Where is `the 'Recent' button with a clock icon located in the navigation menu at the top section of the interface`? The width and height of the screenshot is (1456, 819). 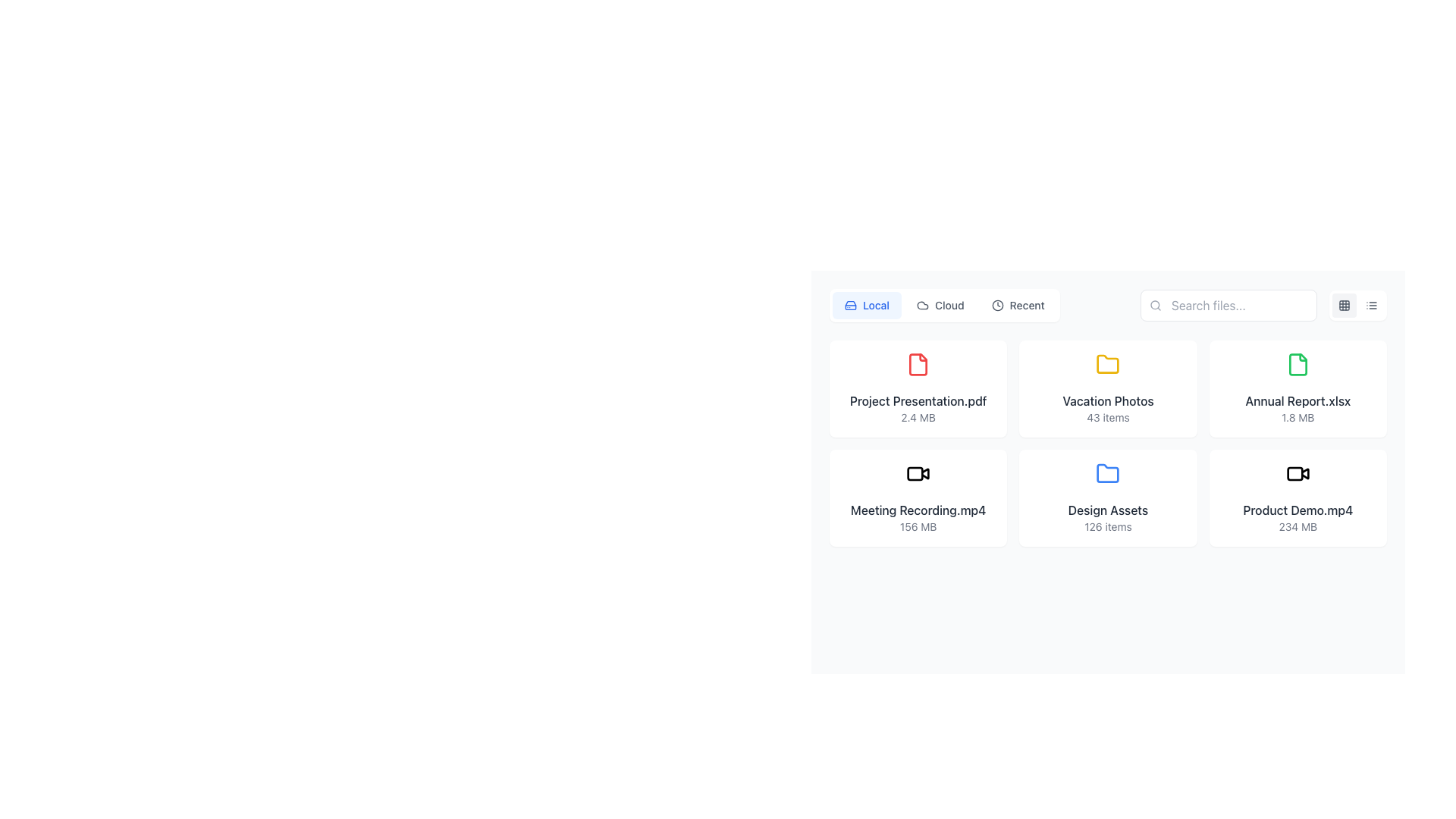 the 'Recent' button with a clock icon located in the navigation menu at the top section of the interface is located at coordinates (1018, 305).